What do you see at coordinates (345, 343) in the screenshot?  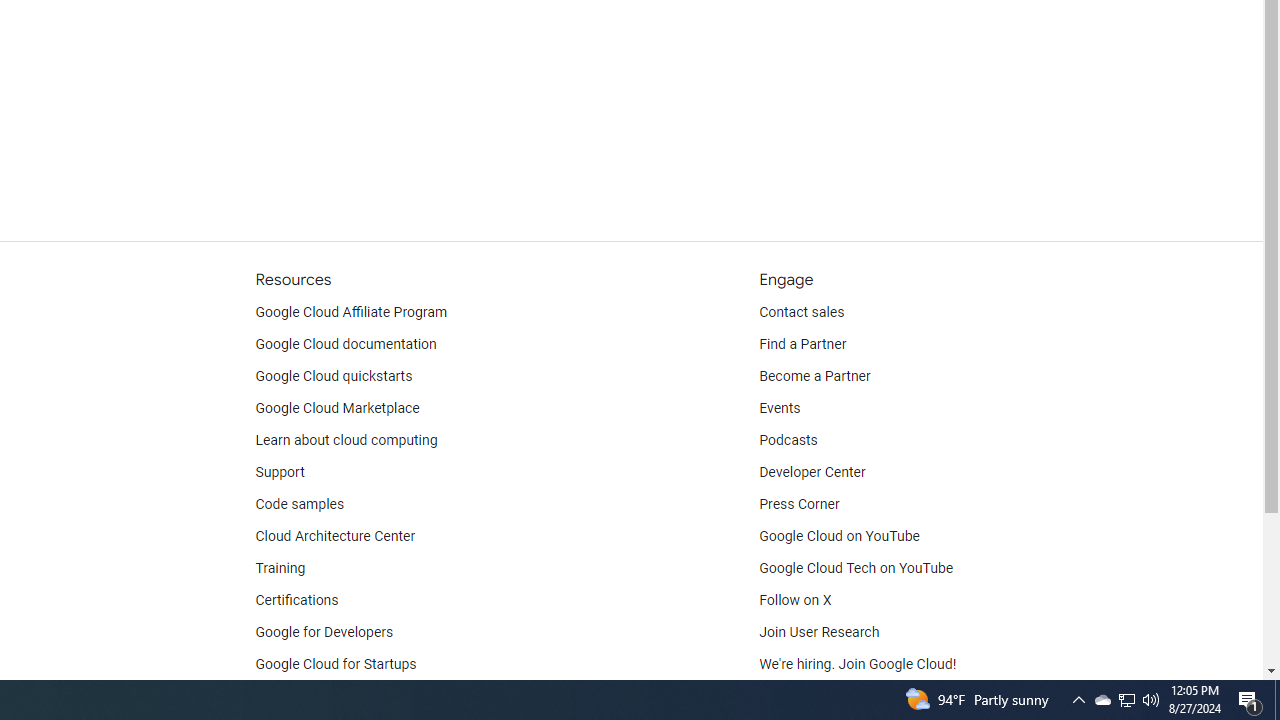 I see `'Google Cloud documentation'` at bounding box center [345, 343].